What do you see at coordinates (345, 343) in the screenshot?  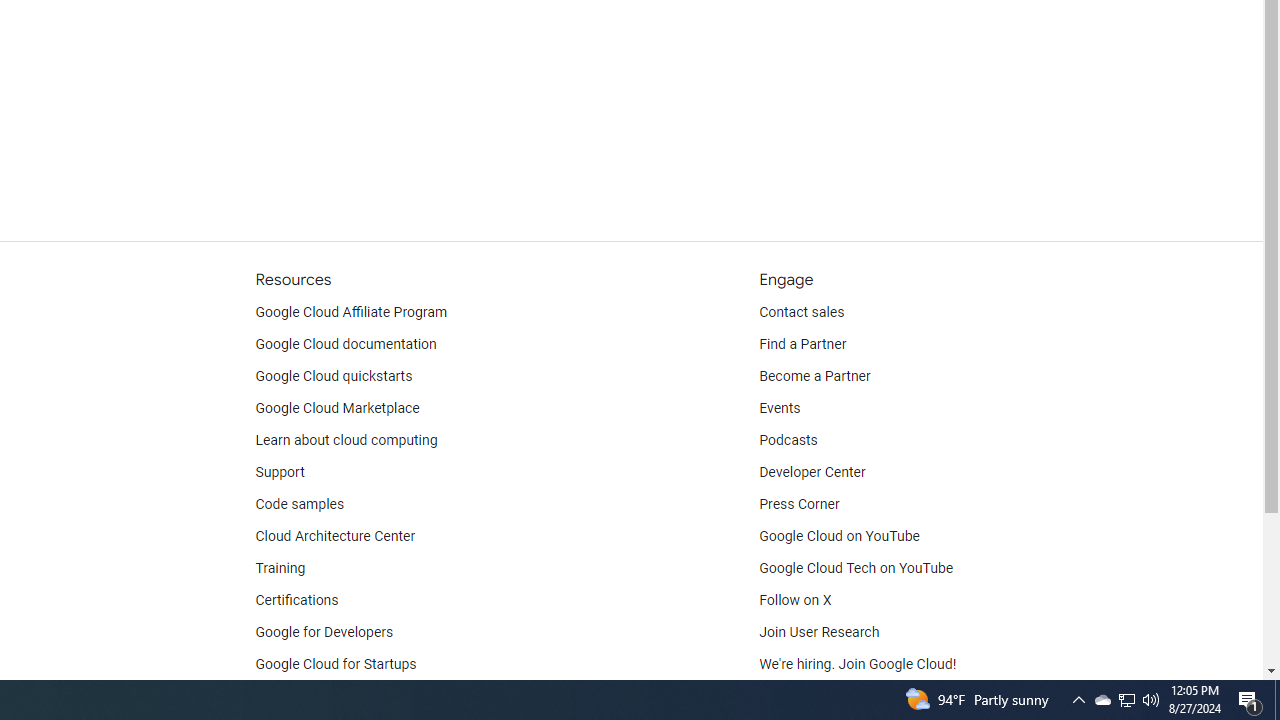 I see `'Google Cloud documentation'` at bounding box center [345, 343].